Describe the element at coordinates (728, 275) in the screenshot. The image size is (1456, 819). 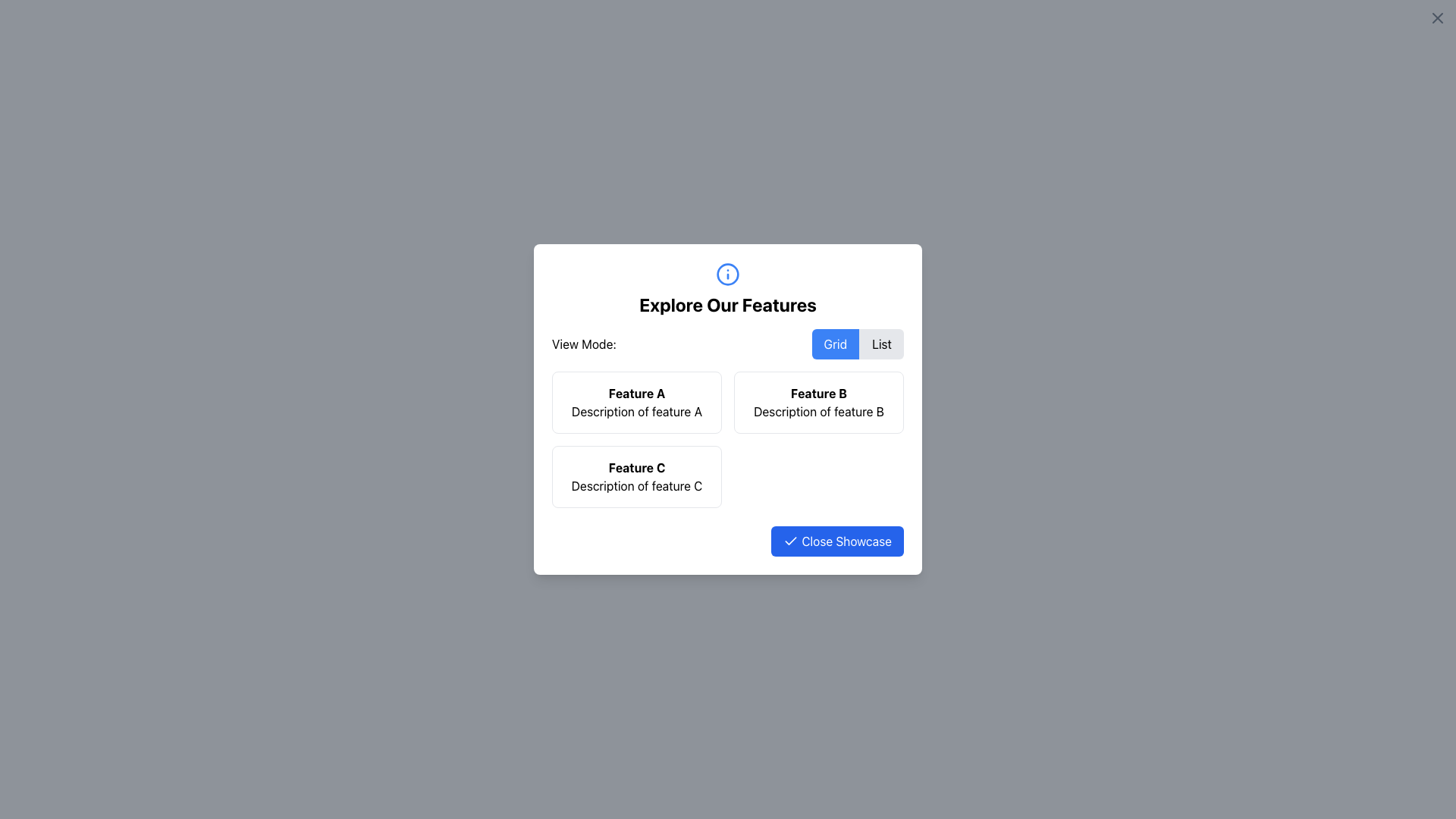
I see `the information icon located at the top of the card displaying 'Explore Our Features' to receive more information` at that location.